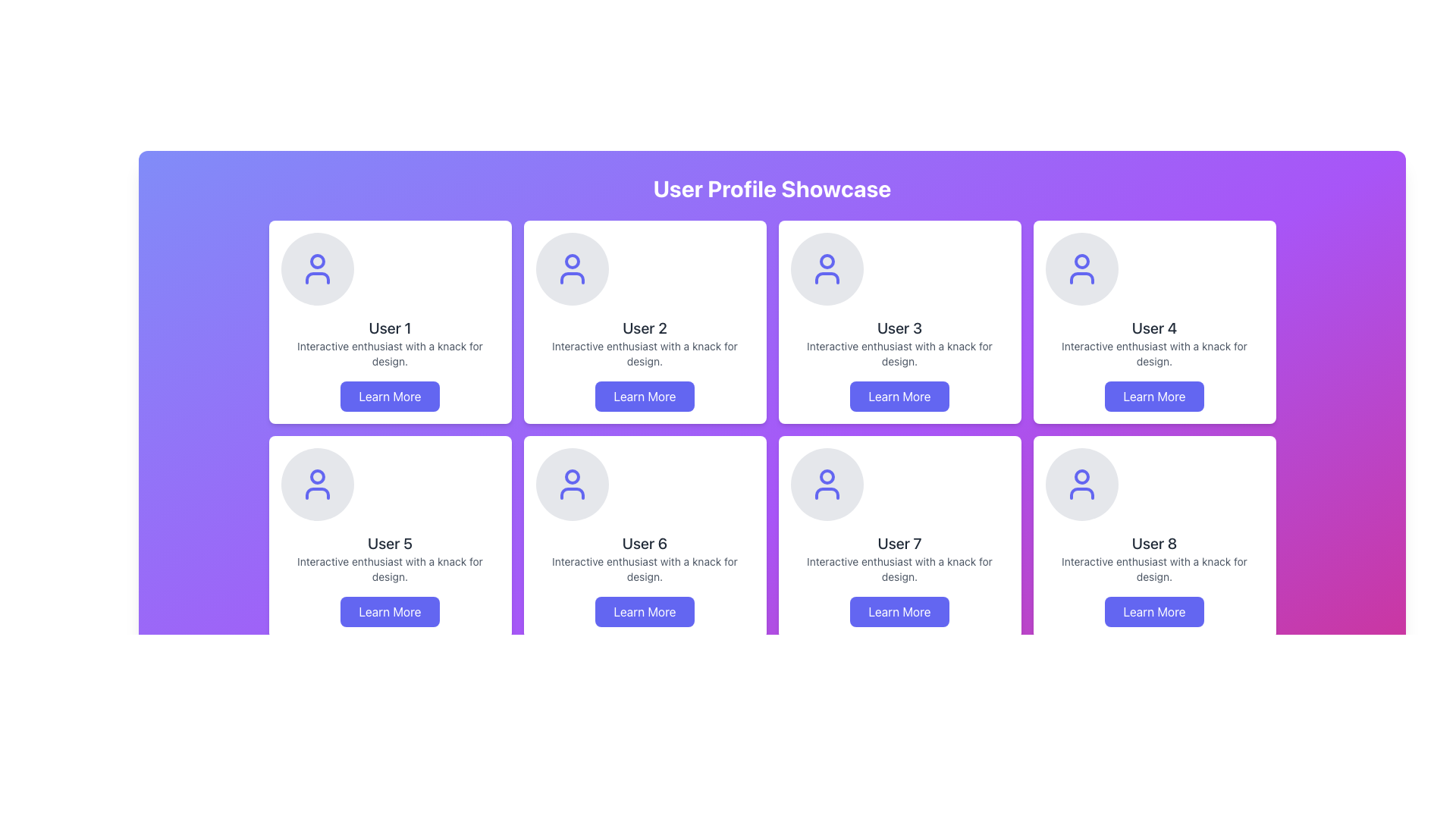  What do you see at coordinates (1081, 260) in the screenshot?
I see `the SVG circle that forms part of the user profile icon located at the top-center of the 'User 4' card in the grid layout` at bounding box center [1081, 260].